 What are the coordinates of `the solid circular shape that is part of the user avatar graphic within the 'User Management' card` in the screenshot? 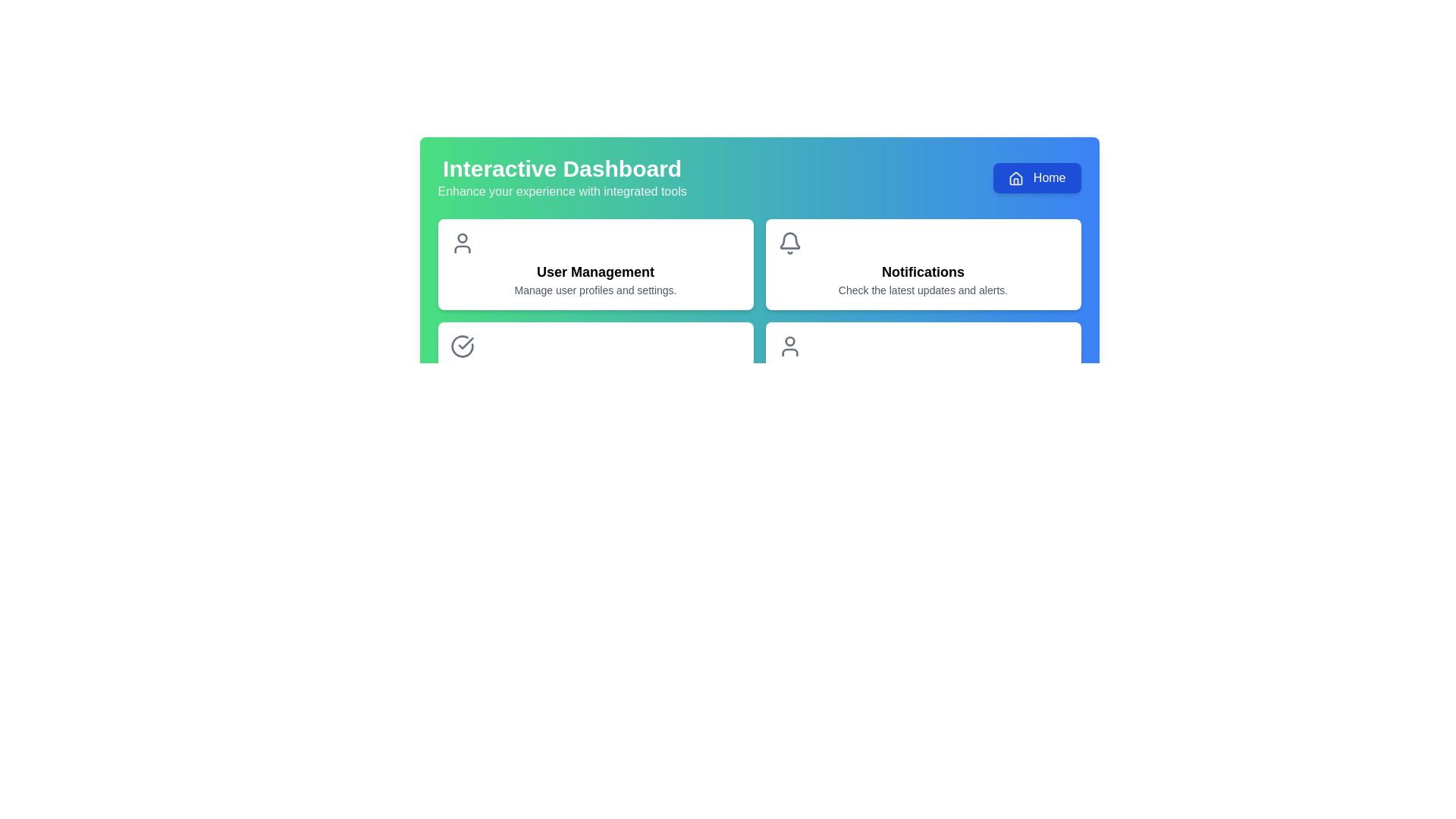 It's located at (461, 238).